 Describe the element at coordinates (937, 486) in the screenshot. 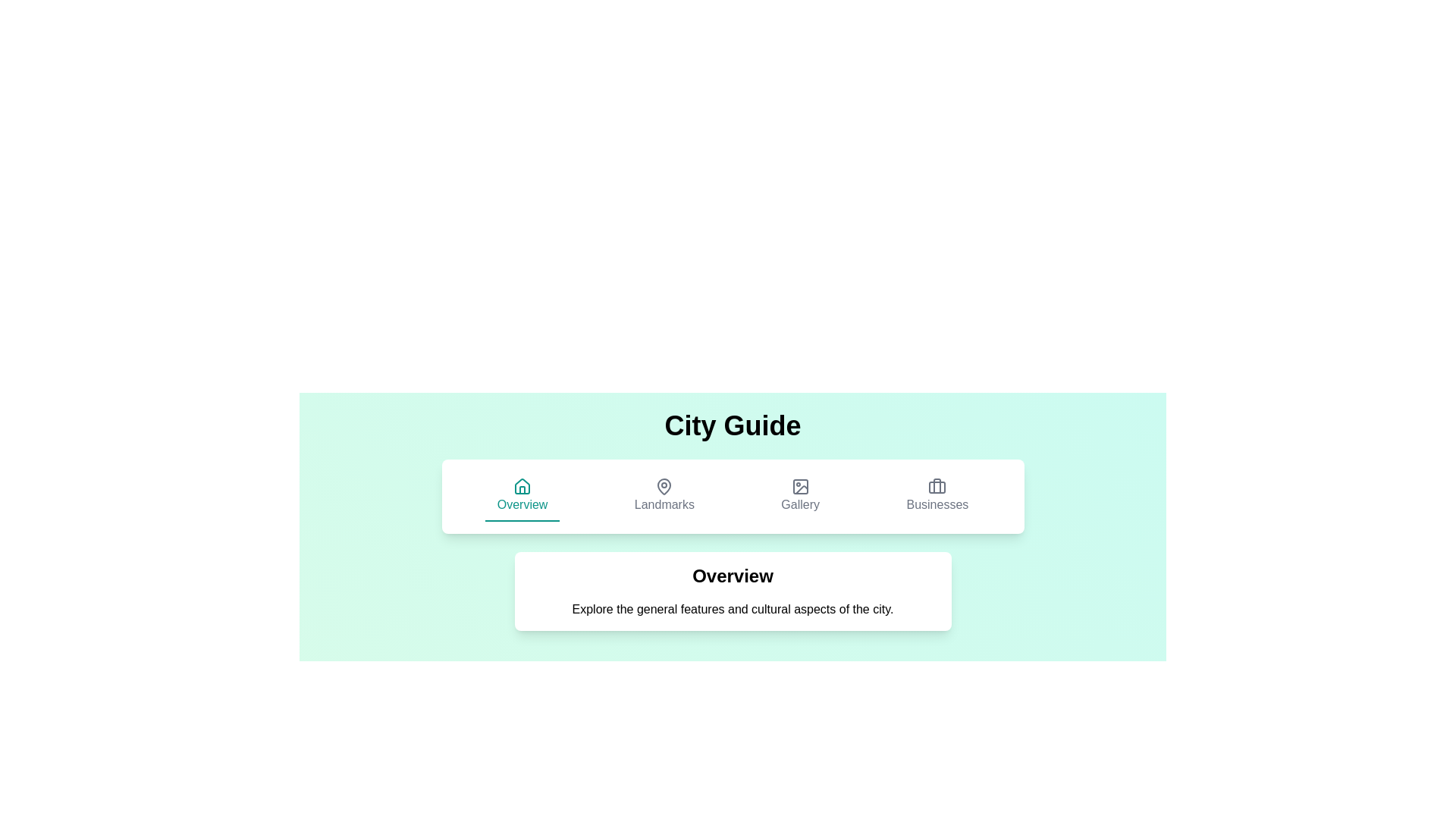

I see `the briefcase icon with a gray outline located in the navigation bar above the 'Businesses' text label` at that location.